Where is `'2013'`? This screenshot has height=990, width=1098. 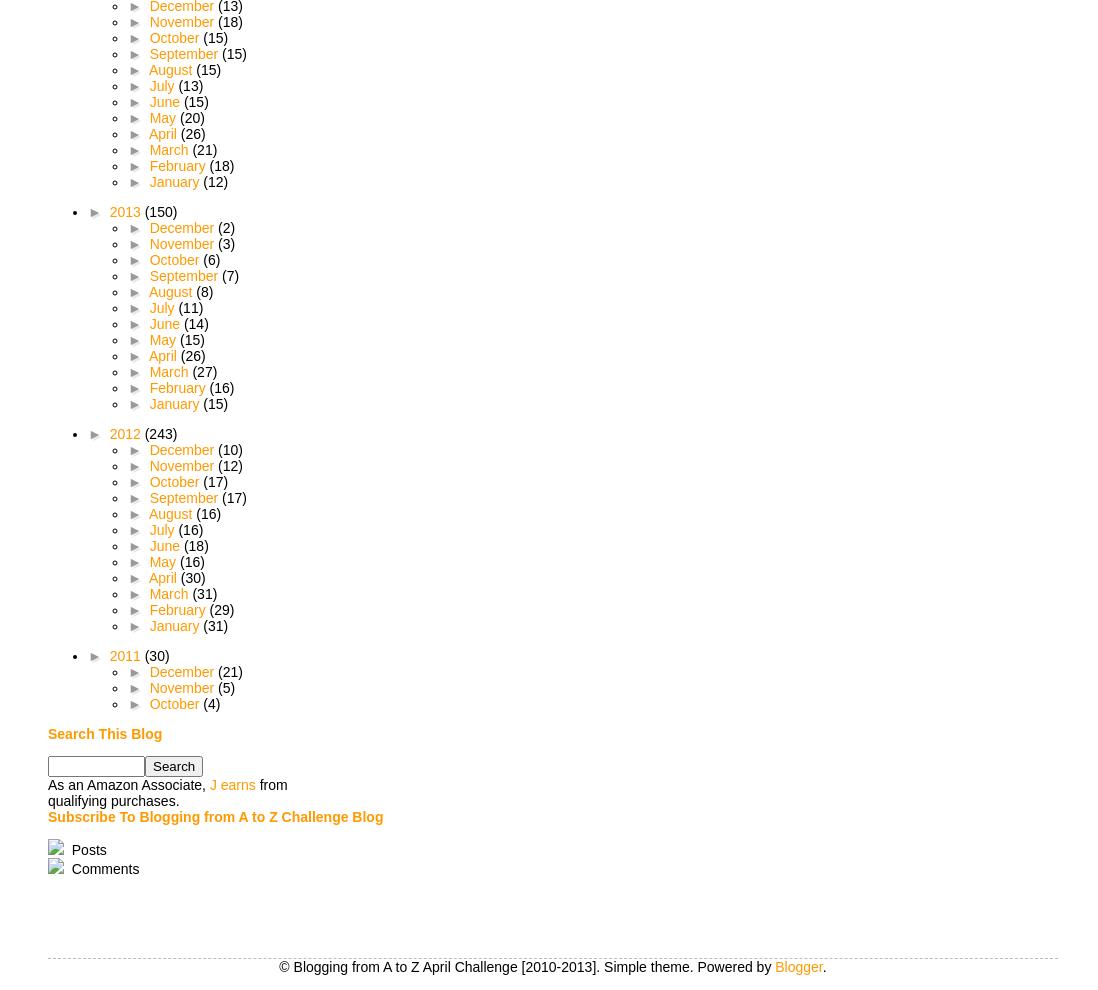
'2013' is located at coordinates (126, 210).